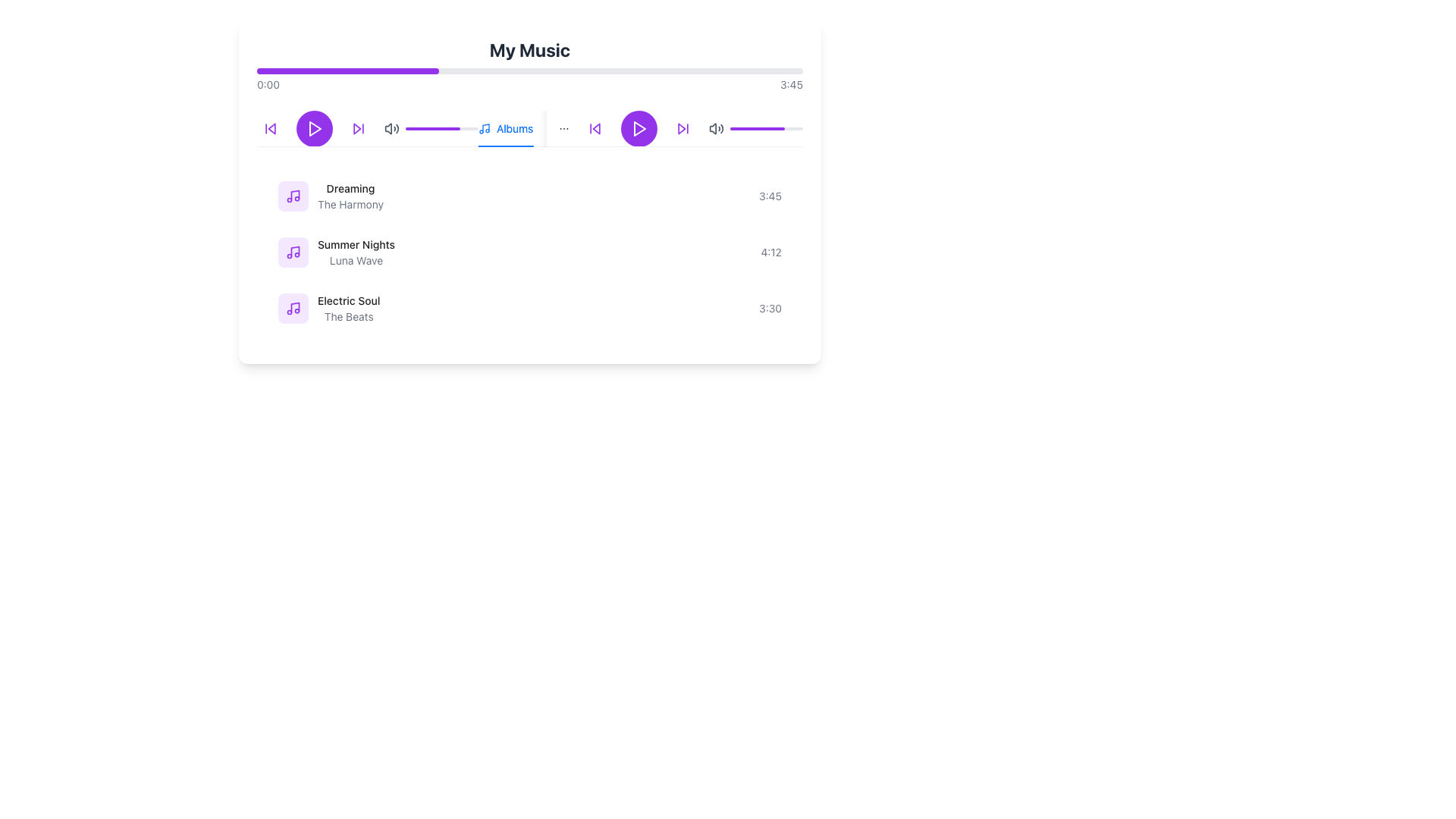 The height and width of the screenshot is (819, 1456). What do you see at coordinates (348, 315) in the screenshot?
I see `the text label providing supplementary information for the song 'Electric Soul'` at bounding box center [348, 315].